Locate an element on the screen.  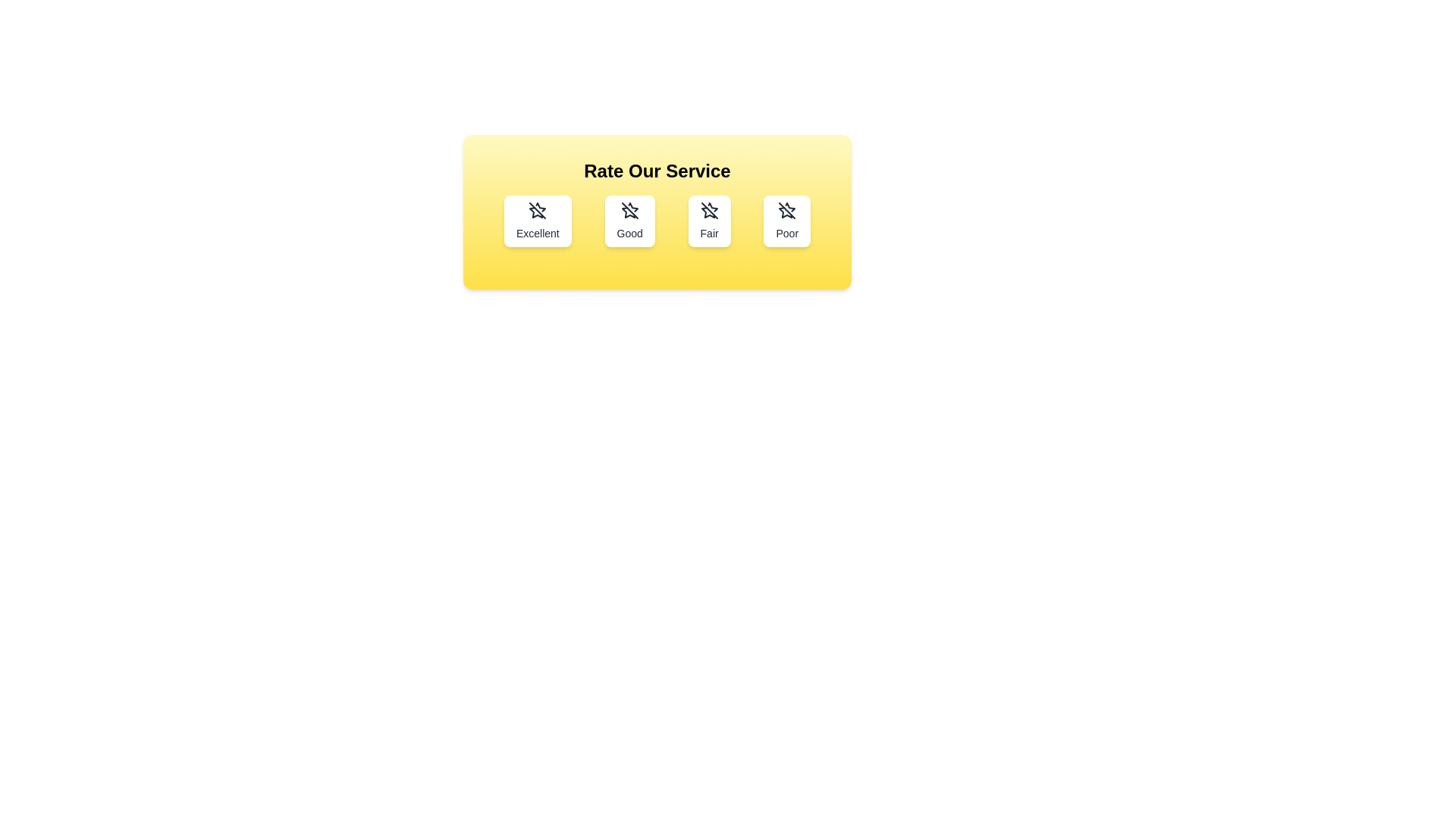
the button labeled Good to select the corresponding rating is located at coordinates (629, 221).